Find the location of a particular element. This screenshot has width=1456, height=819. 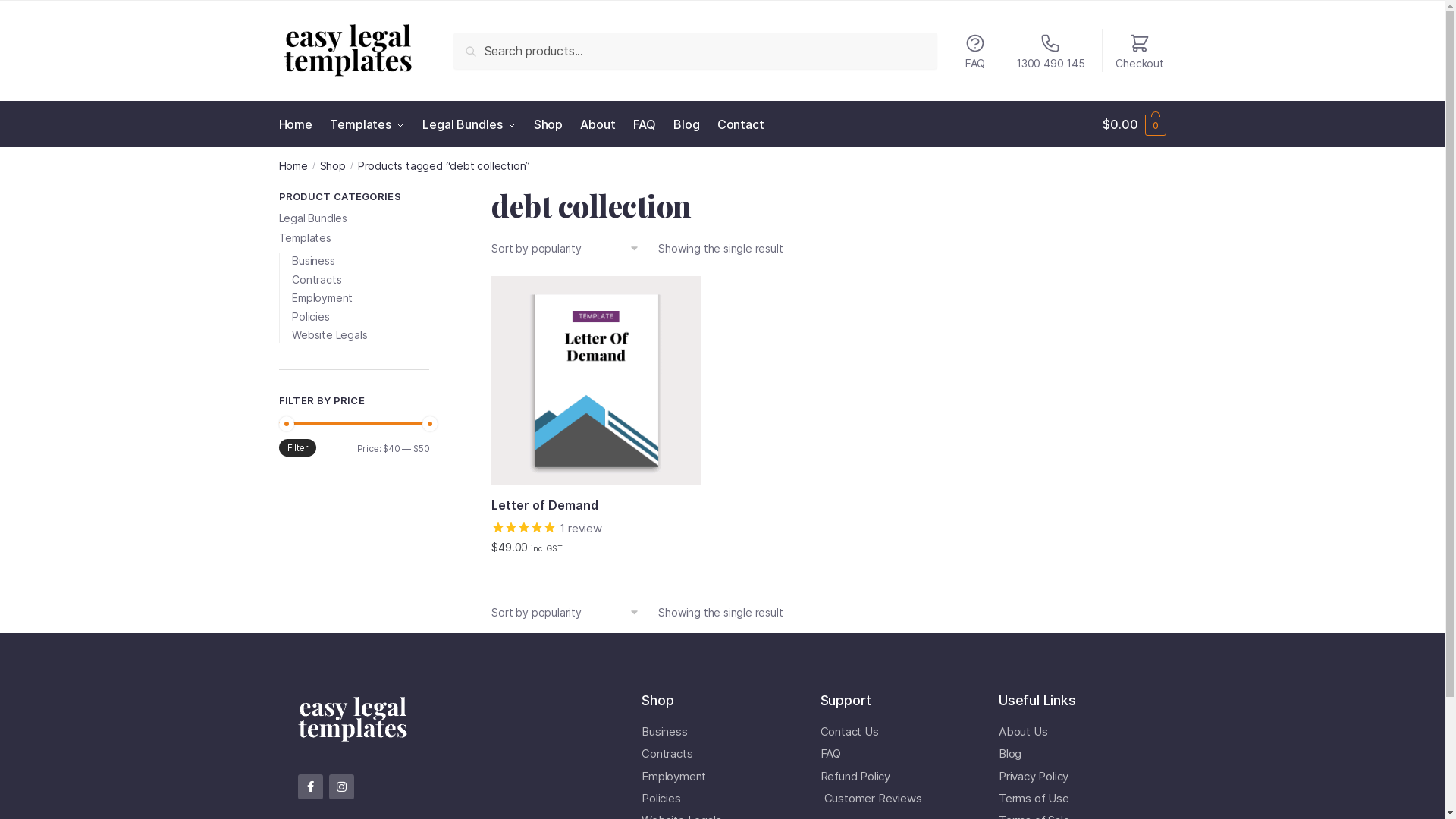

'About Us' is located at coordinates (1072, 730).